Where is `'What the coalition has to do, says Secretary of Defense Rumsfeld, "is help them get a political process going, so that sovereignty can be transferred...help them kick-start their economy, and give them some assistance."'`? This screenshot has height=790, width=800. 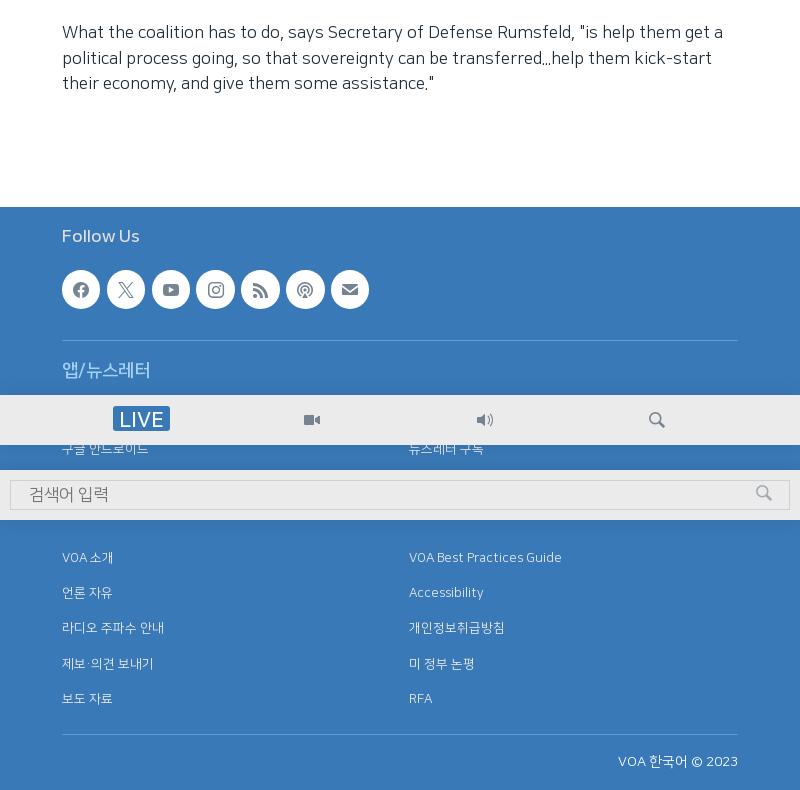
'What the coalition has to do, says Secretary of Defense Rumsfeld, "is help them get a political process going, so that sovereignty can be transferred...help them kick-start their economy, and give them some assistance."' is located at coordinates (391, 57).